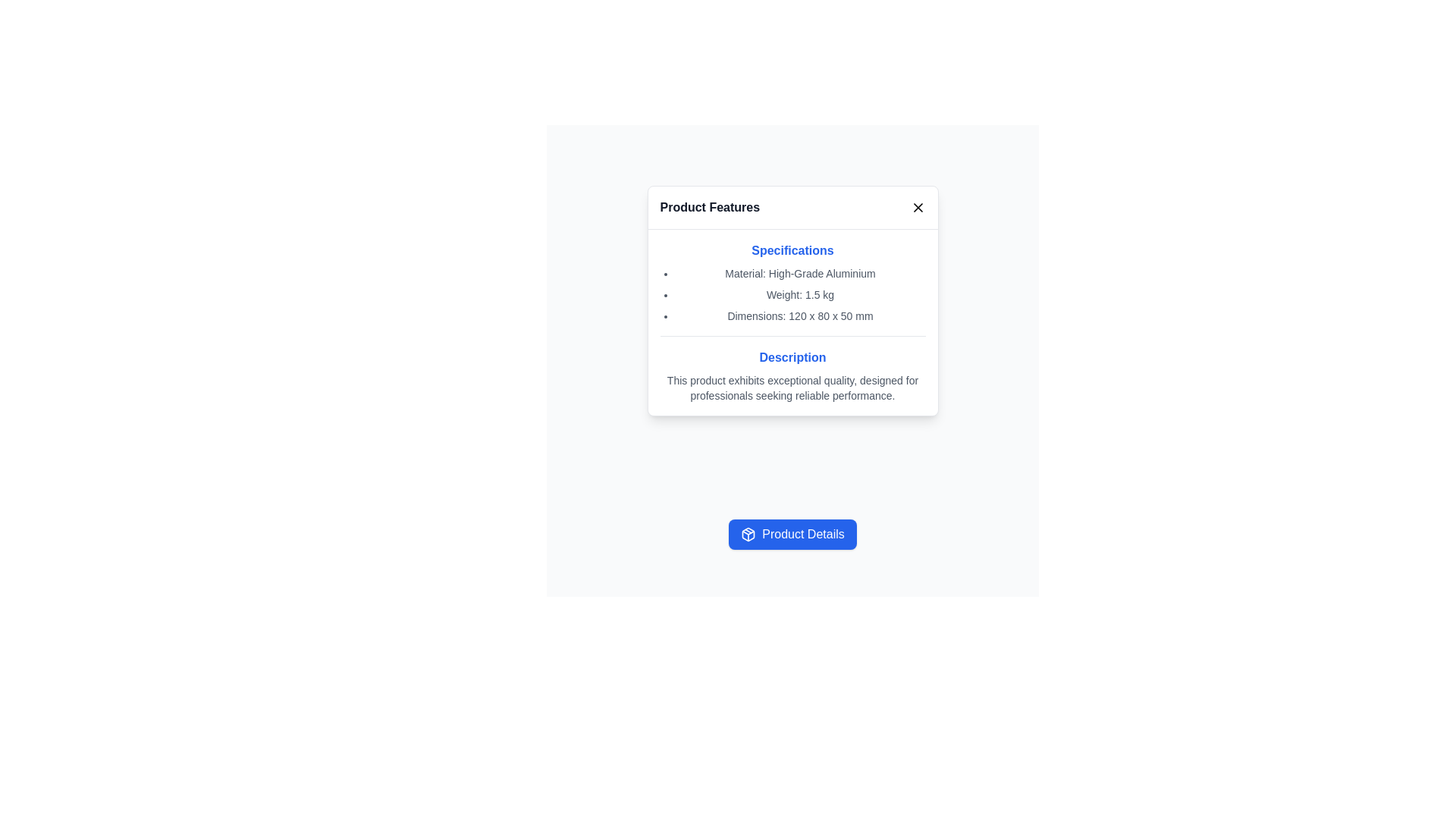 The image size is (1456, 819). Describe the element at coordinates (792, 250) in the screenshot. I see `the text label that reads 'Specifications', which is centrally located in the upper portion of the 'Product Features' card component` at that location.